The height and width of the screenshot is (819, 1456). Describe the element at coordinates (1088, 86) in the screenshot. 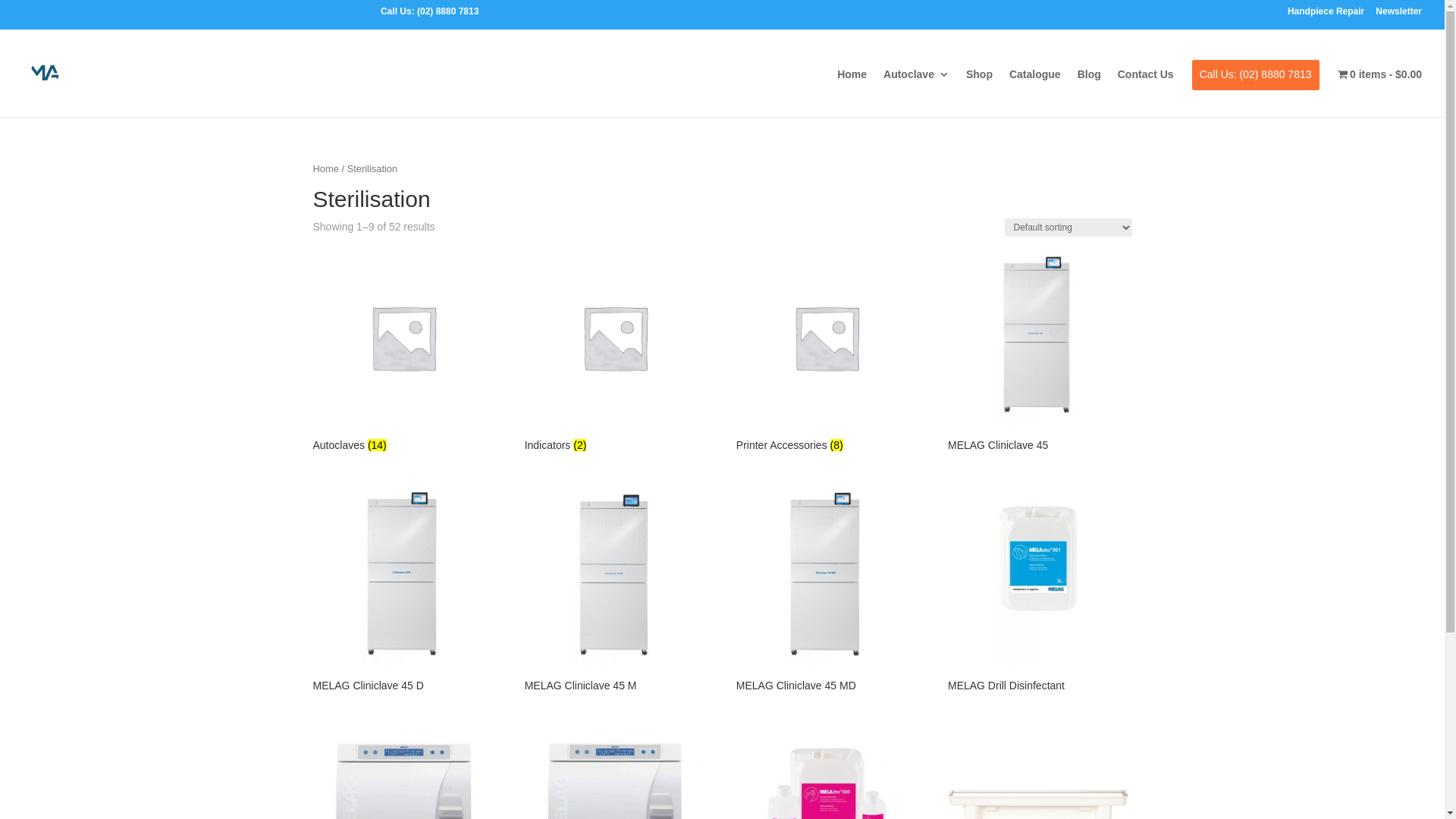

I see `'Blog'` at that location.